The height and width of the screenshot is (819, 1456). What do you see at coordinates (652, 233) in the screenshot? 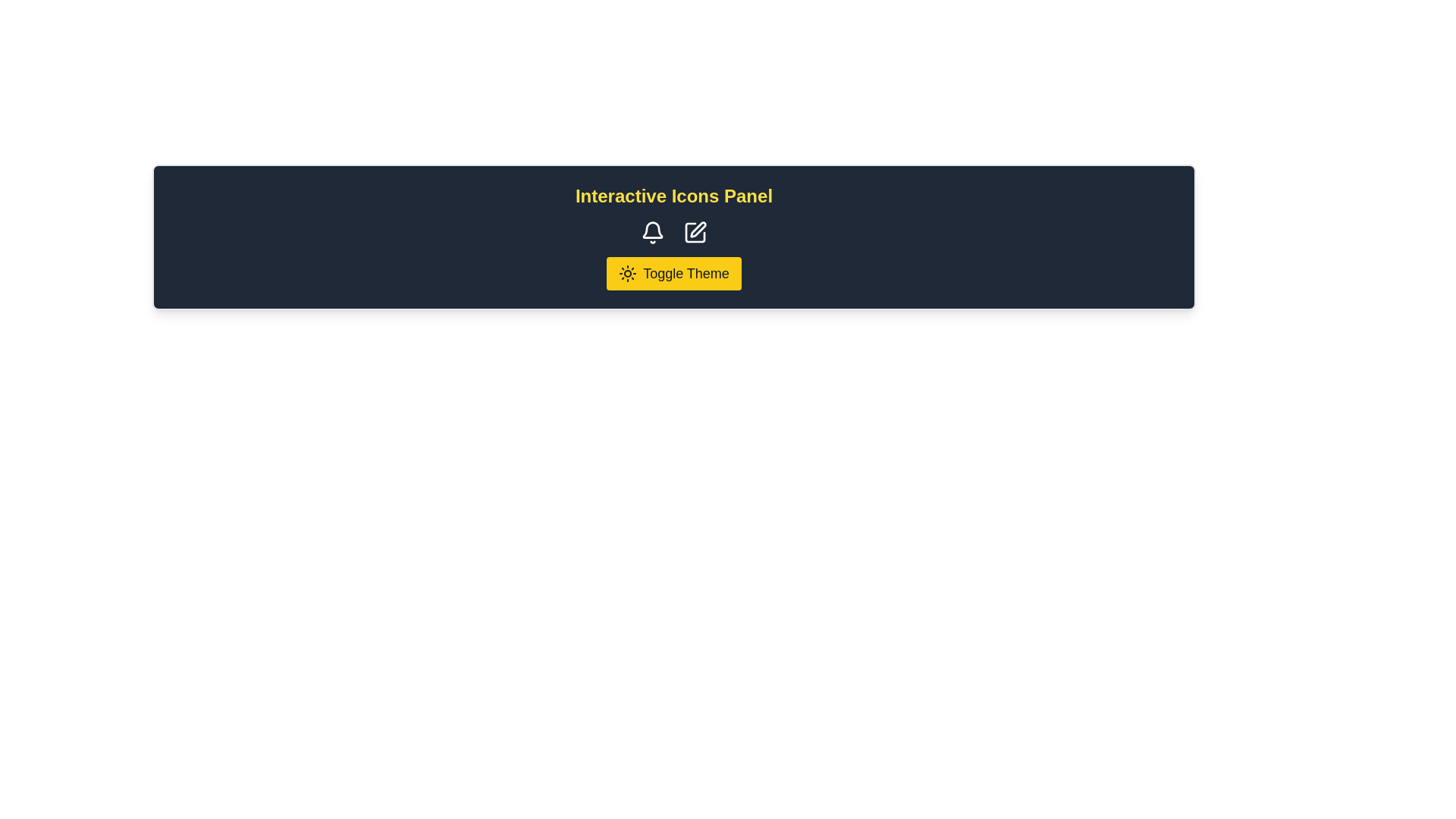
I see `the bell icon in the black header section to trigger visual feedback` at bounding box center [652, 233].